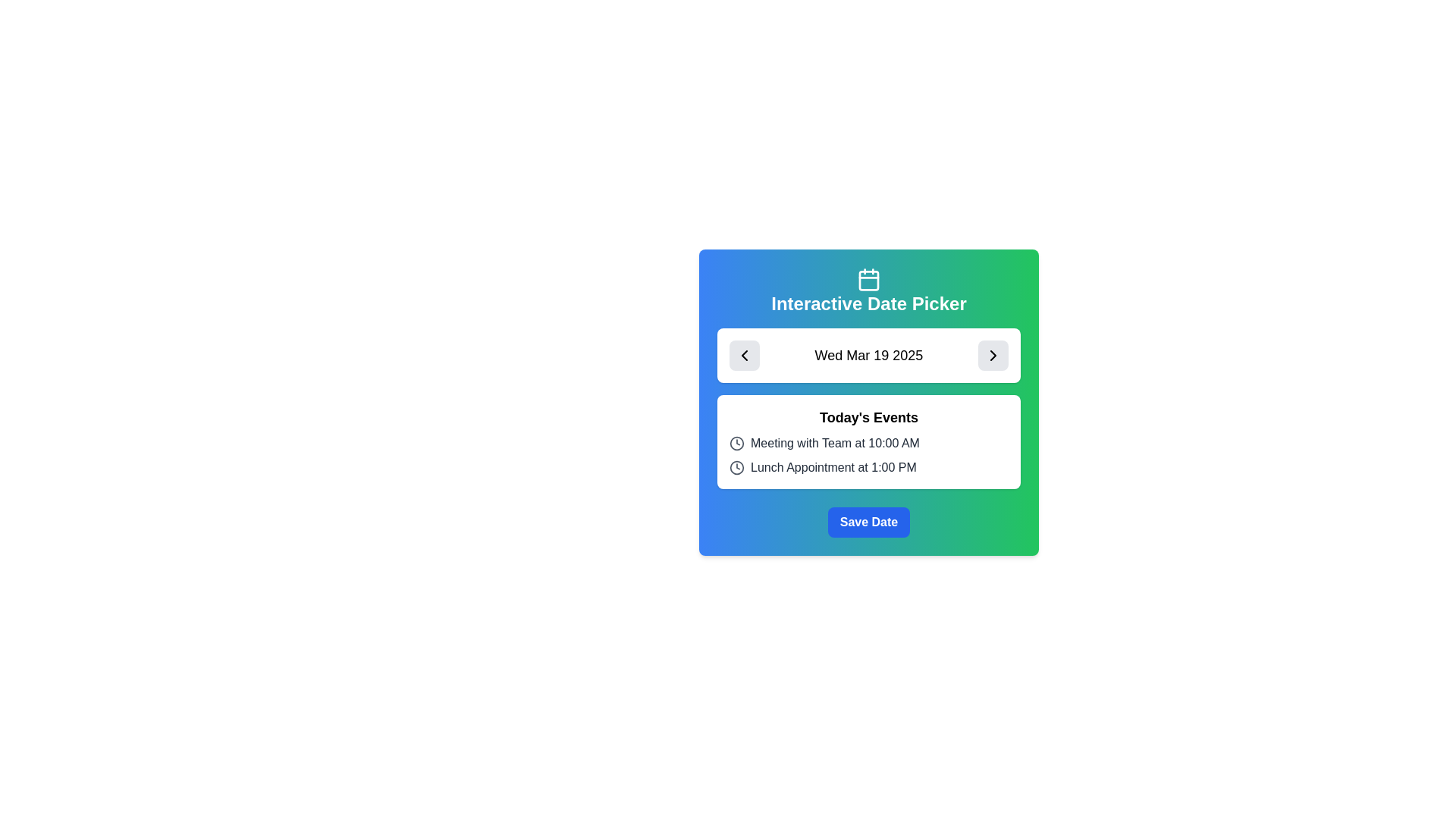  I want to click on the clock icon representing a calendar appointment located adjacent to the text 'Lunch Appointment at 1:00 PM', so click(736, 467).